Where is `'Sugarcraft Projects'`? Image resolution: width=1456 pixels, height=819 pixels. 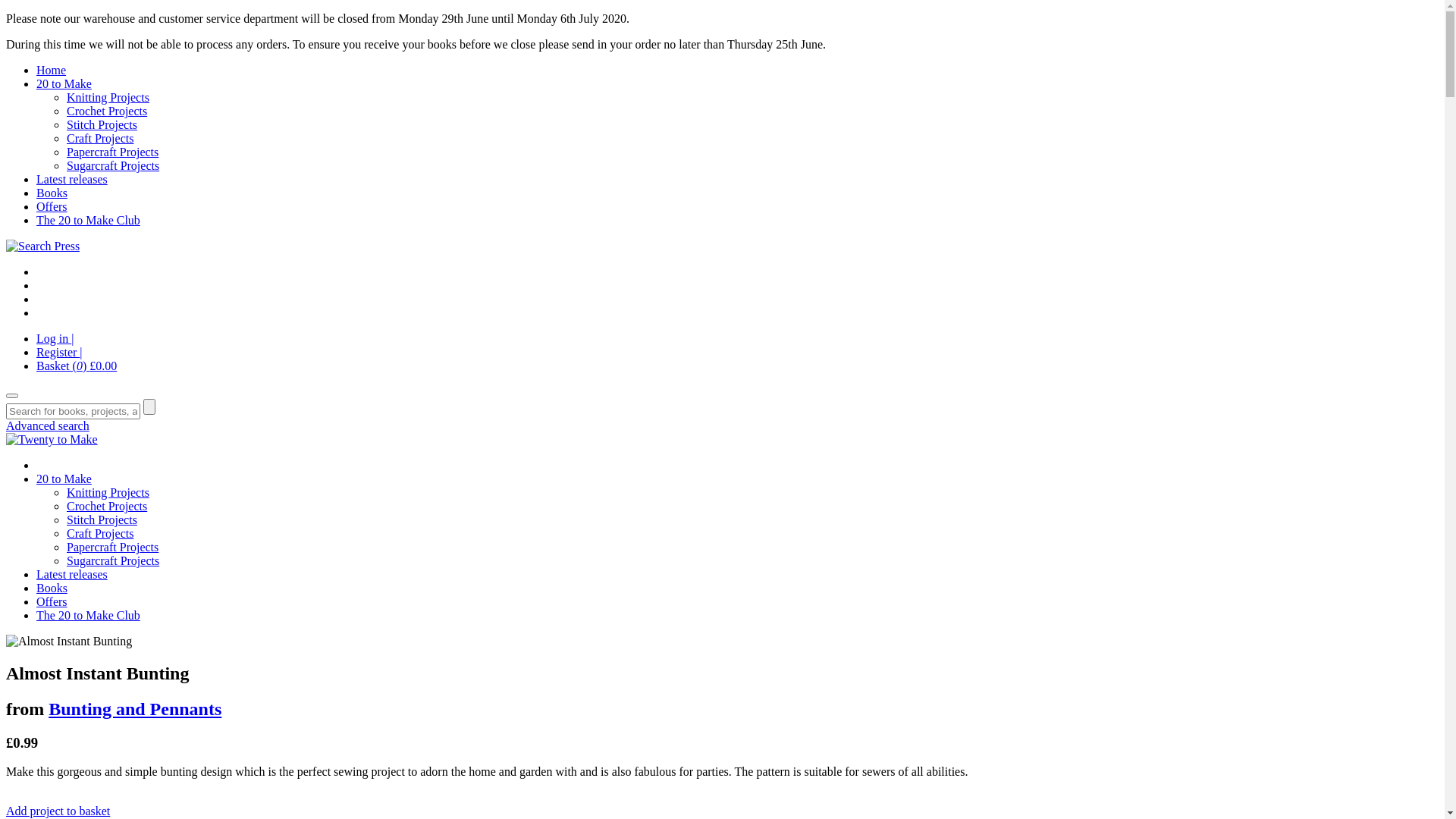 'Sugarcraft Projects' is located at coordinates (65, 165).